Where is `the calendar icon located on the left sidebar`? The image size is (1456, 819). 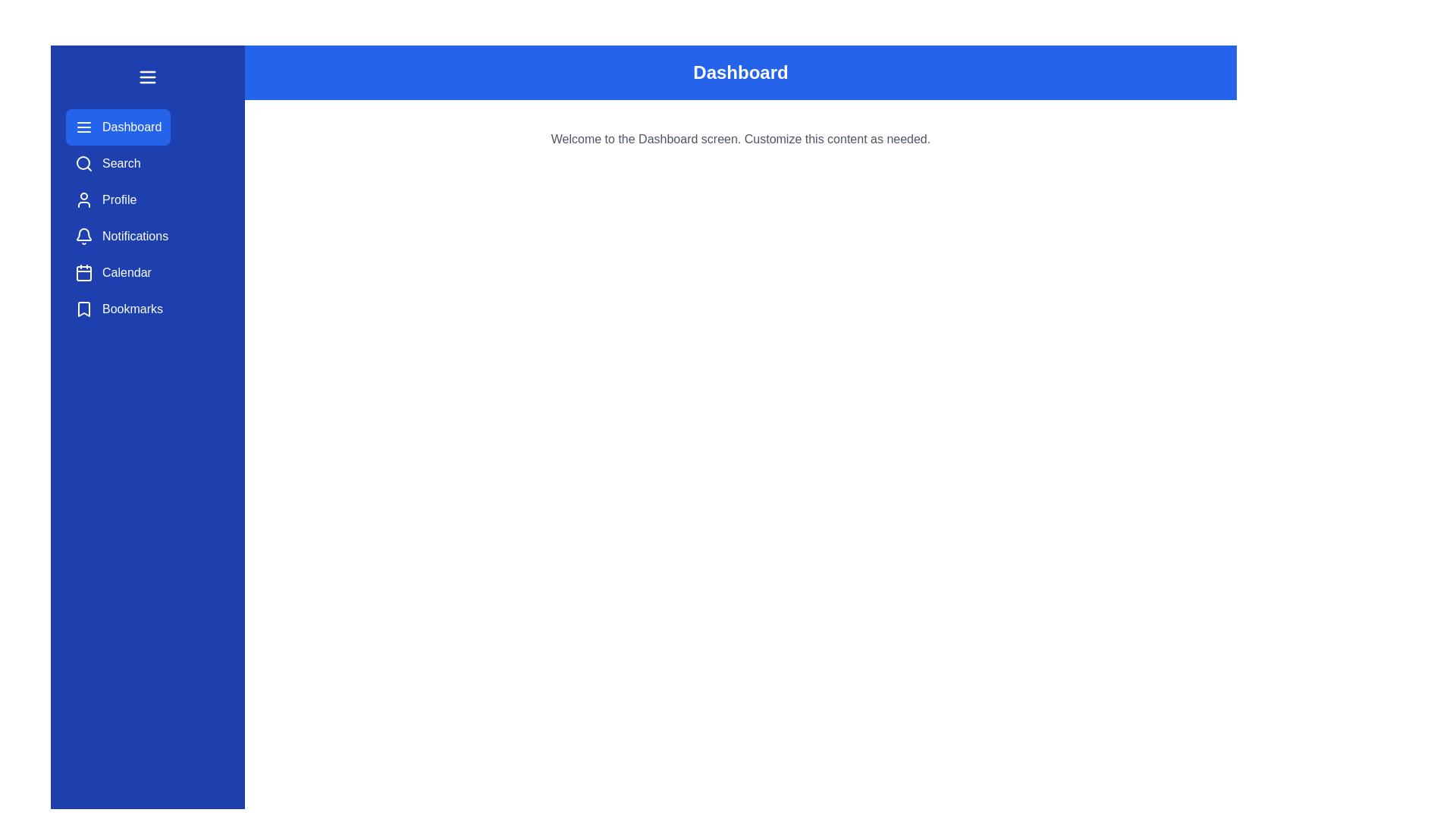
the calendar icon located on the left sidebar is located at coordinates (83, 271).